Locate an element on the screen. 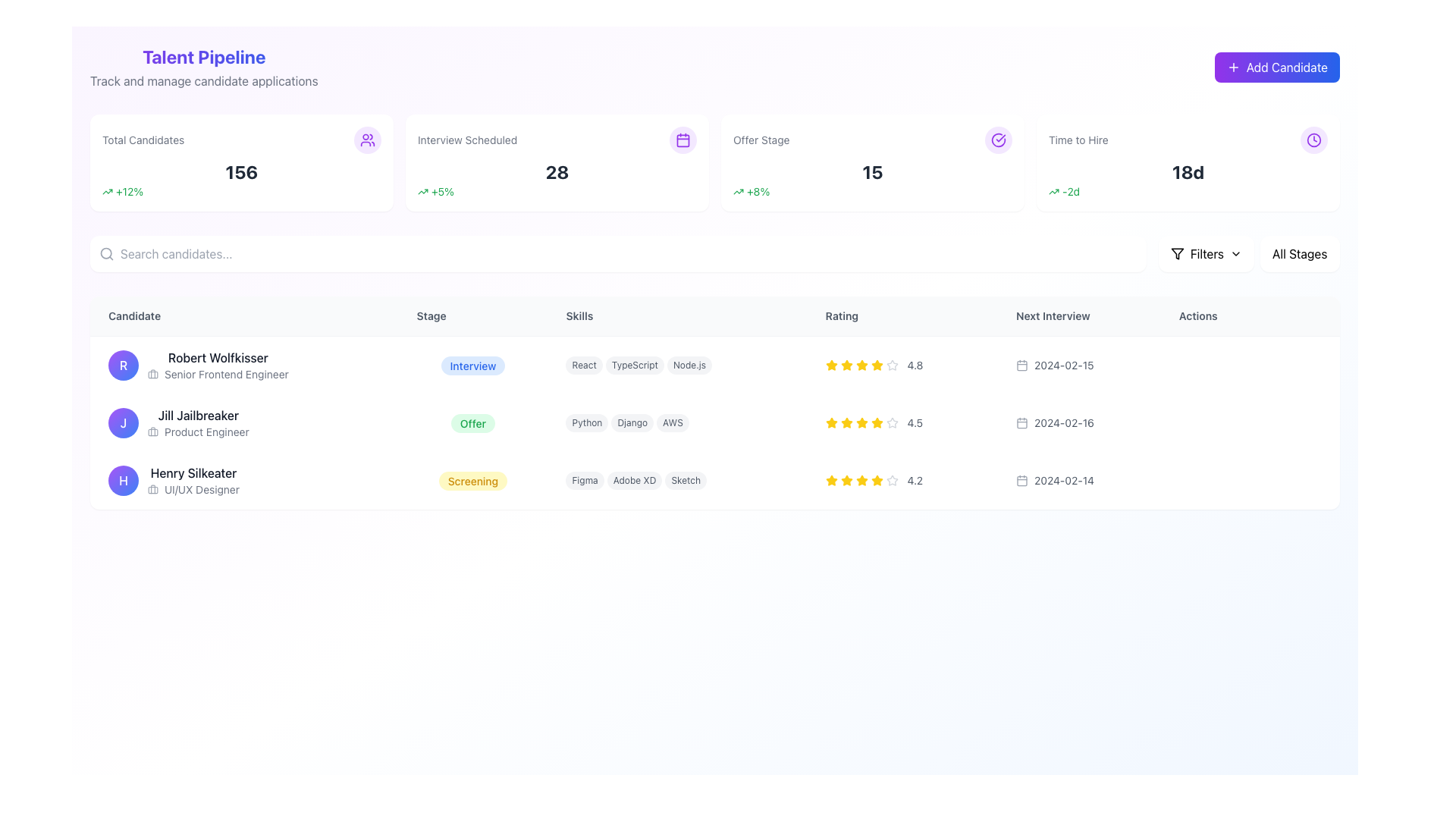 The height and width of the screenshot is (819, 1456). the fifth star rating icon, which is outlined in gray and part of the 'Rating' column for the second candidate in the table is located at coordinates (892, 423).